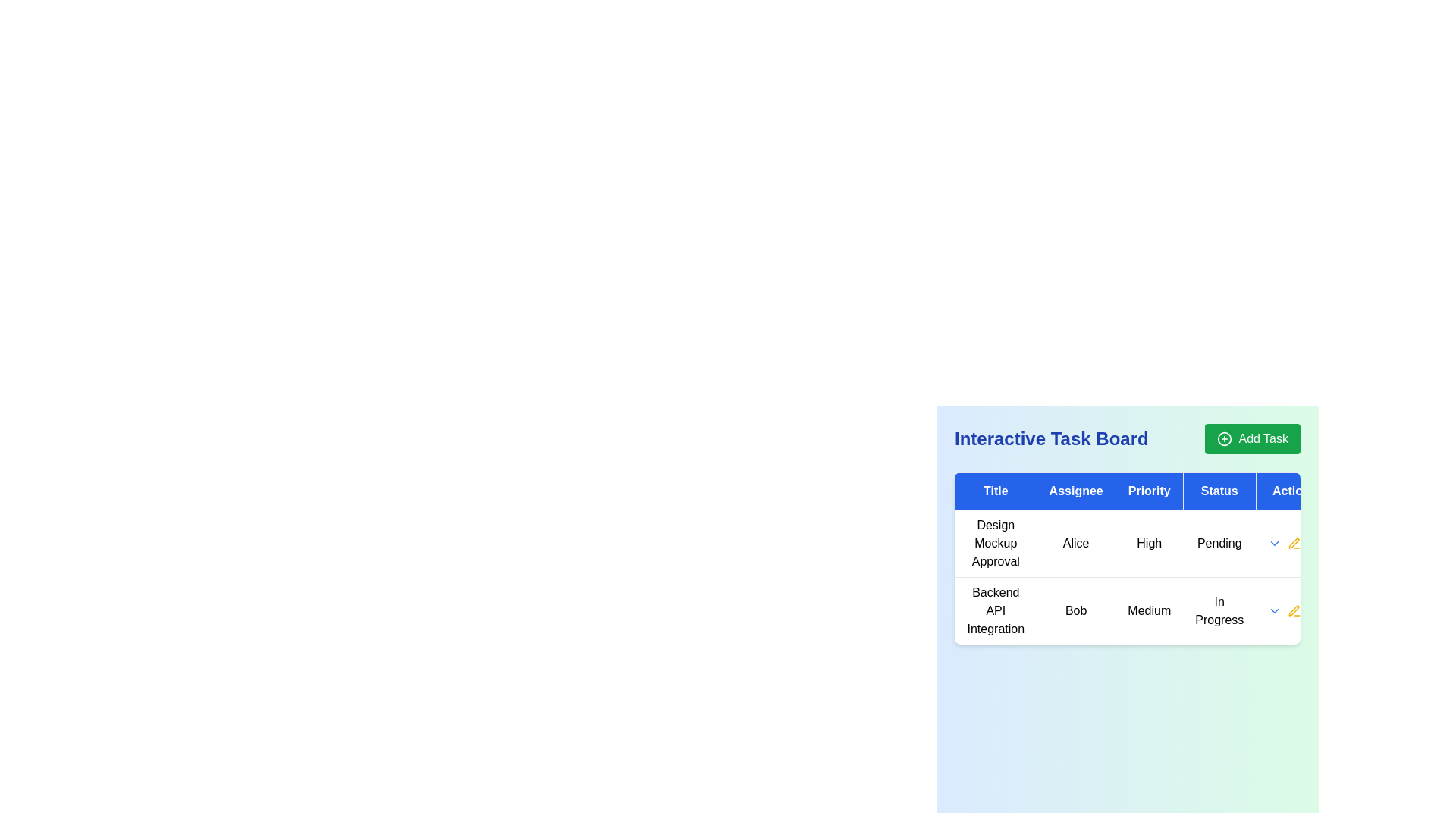 The height and width of the screenshot is (819, 1456). I want to click on the 'Add Task' button by clicking on the green circle outline at the center of the SVG icon, so click(1225, 438).